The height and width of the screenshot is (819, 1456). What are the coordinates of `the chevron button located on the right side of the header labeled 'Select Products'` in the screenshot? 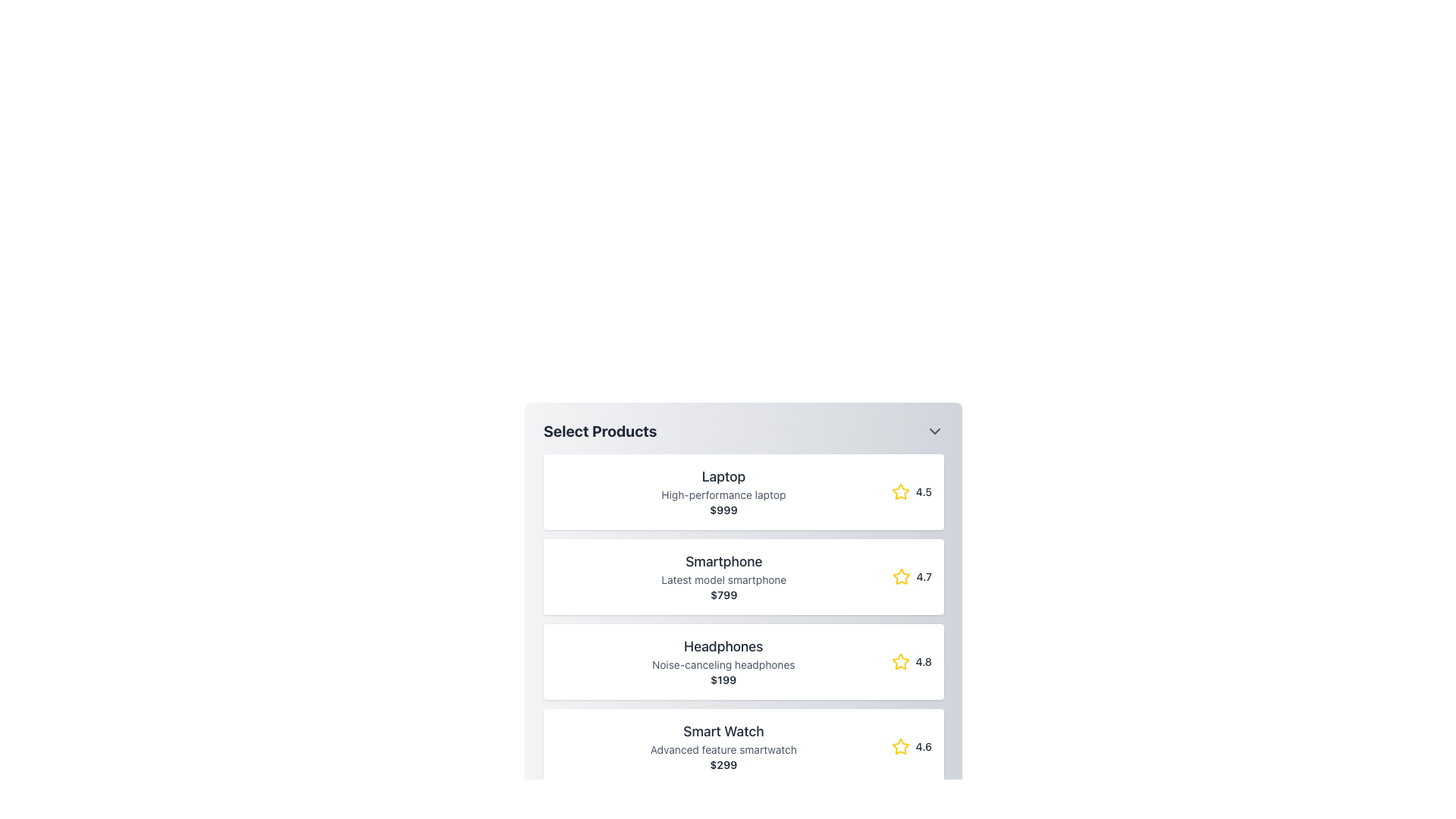 It's located at (934, 431).